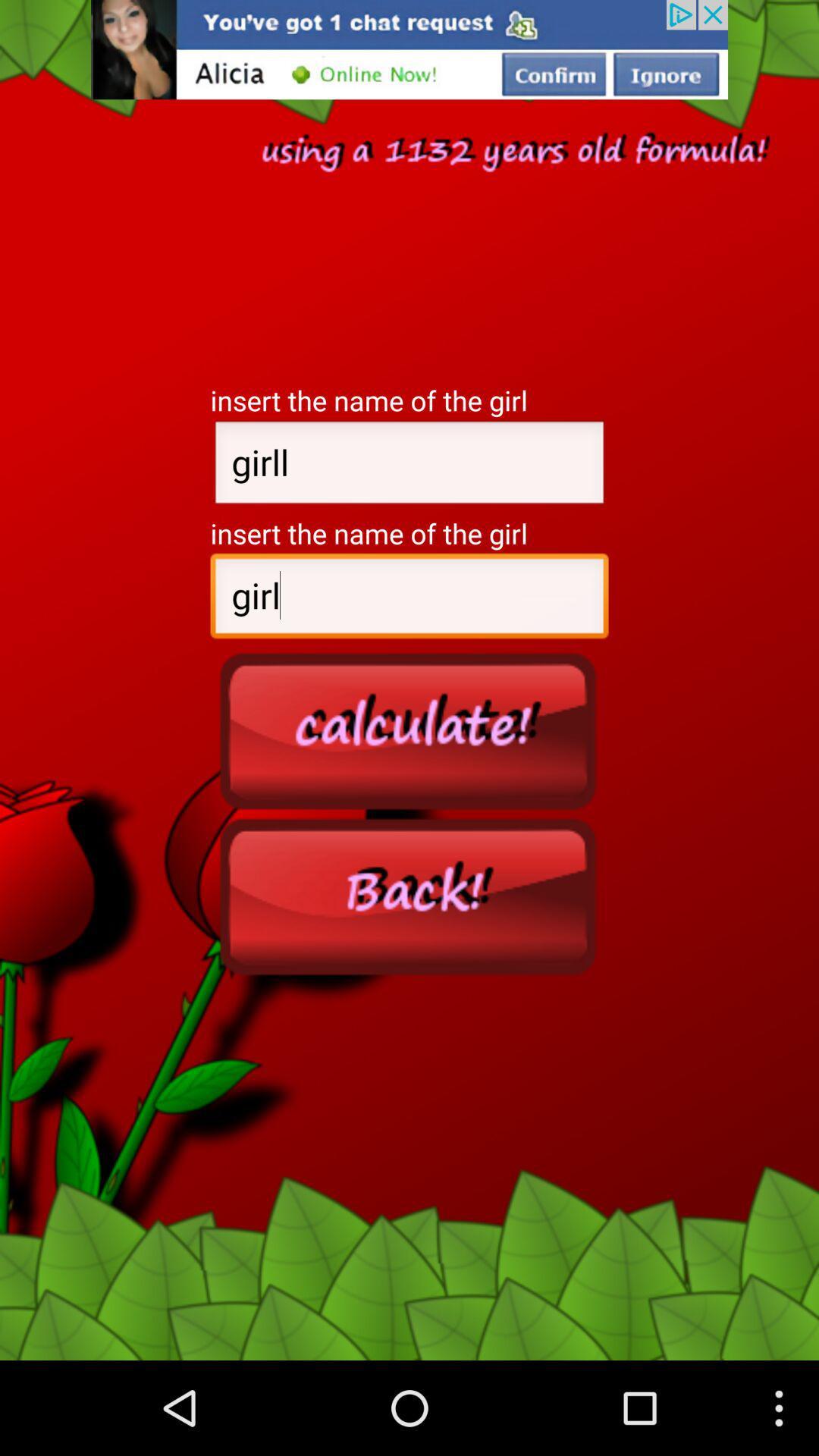  Describe the element at coordinates (409, 896) in the screenshot. I see `go back` at that location.